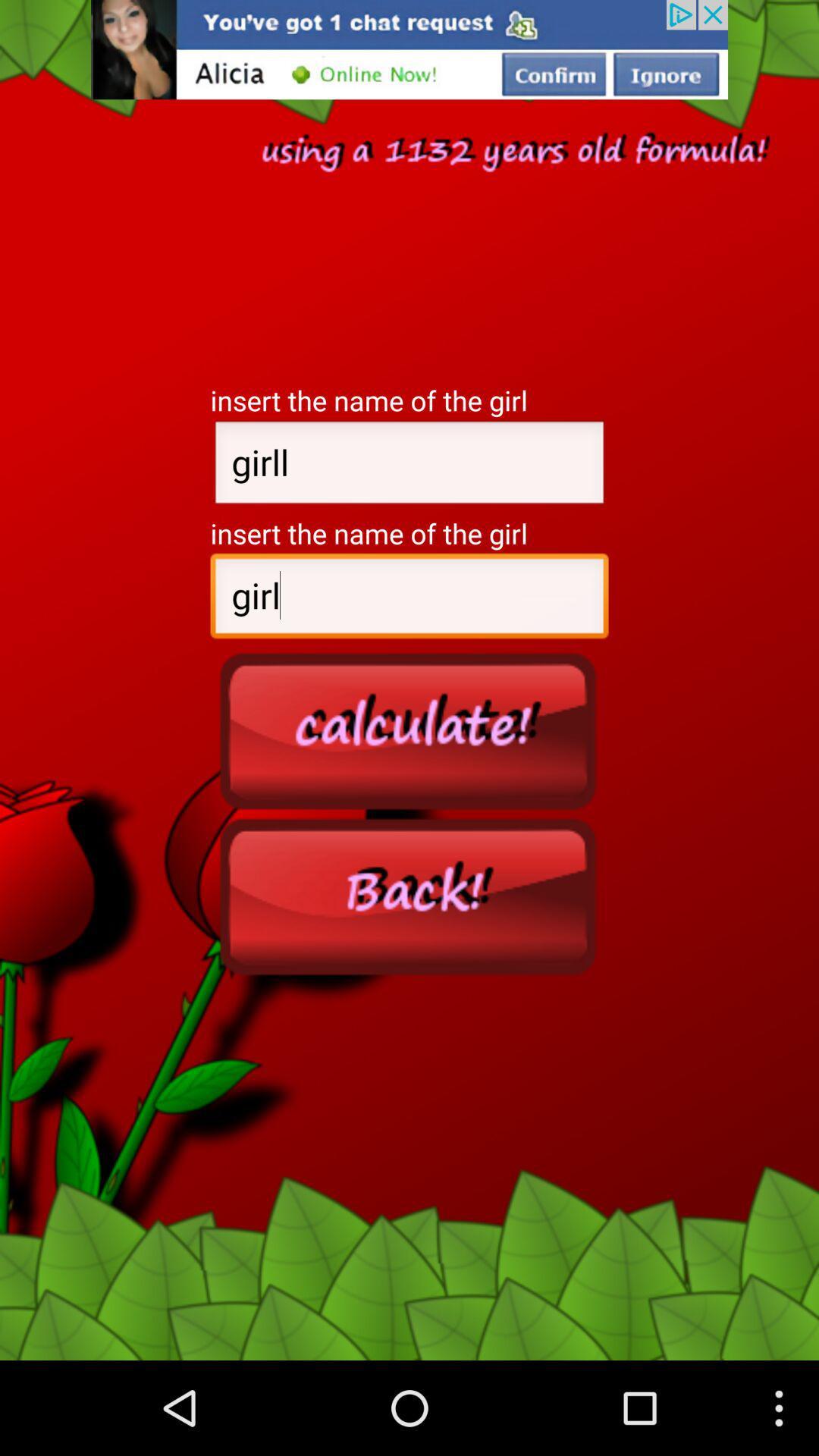  Describe the element at coordinates (409, 896) in the screenshot. I see `go back` at that location.